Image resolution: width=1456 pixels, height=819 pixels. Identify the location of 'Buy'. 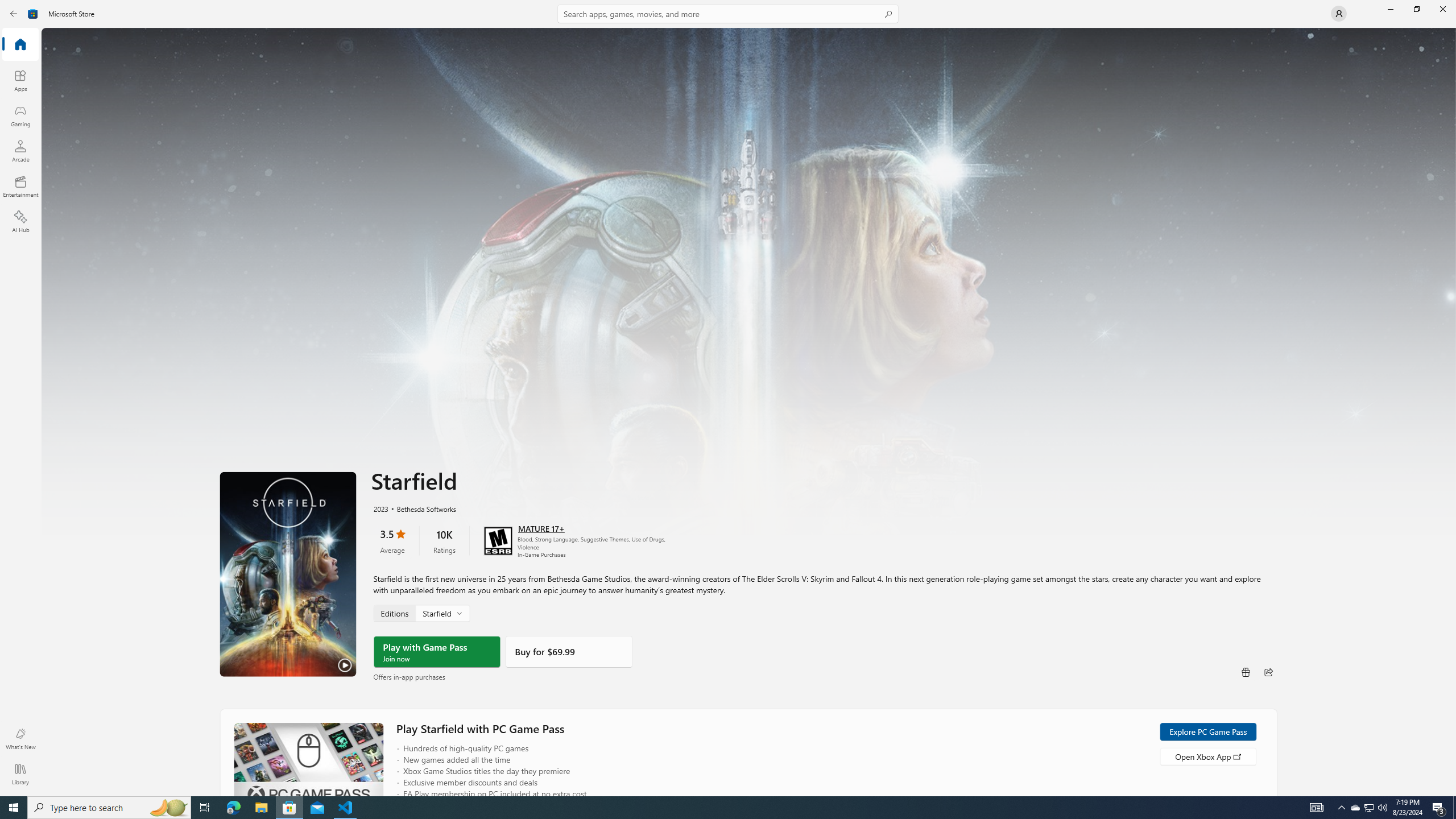
(568, 651).